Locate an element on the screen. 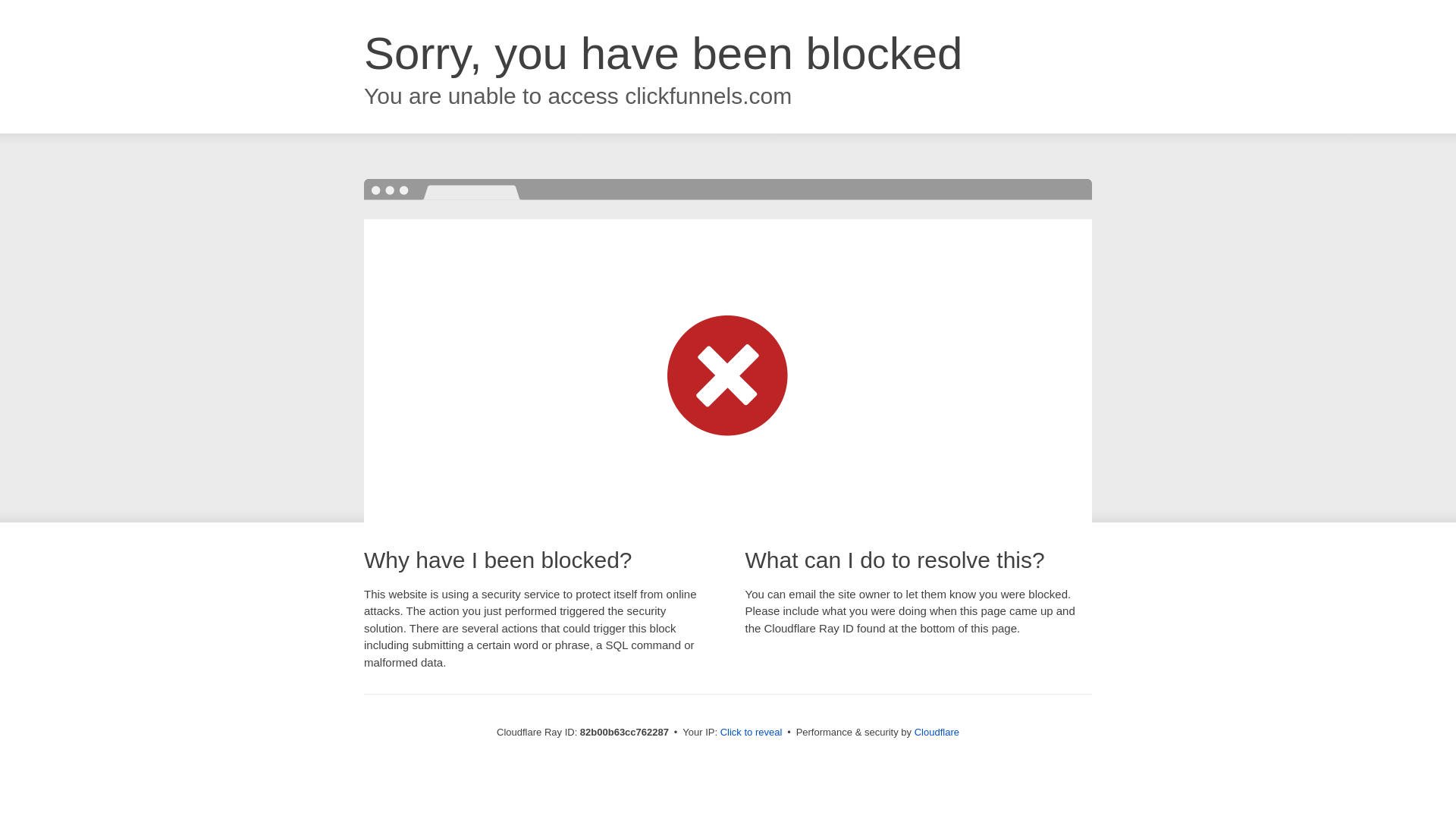 The image size is (1456, 819). 'Click to reveal' is located at coordinates (720, 731).